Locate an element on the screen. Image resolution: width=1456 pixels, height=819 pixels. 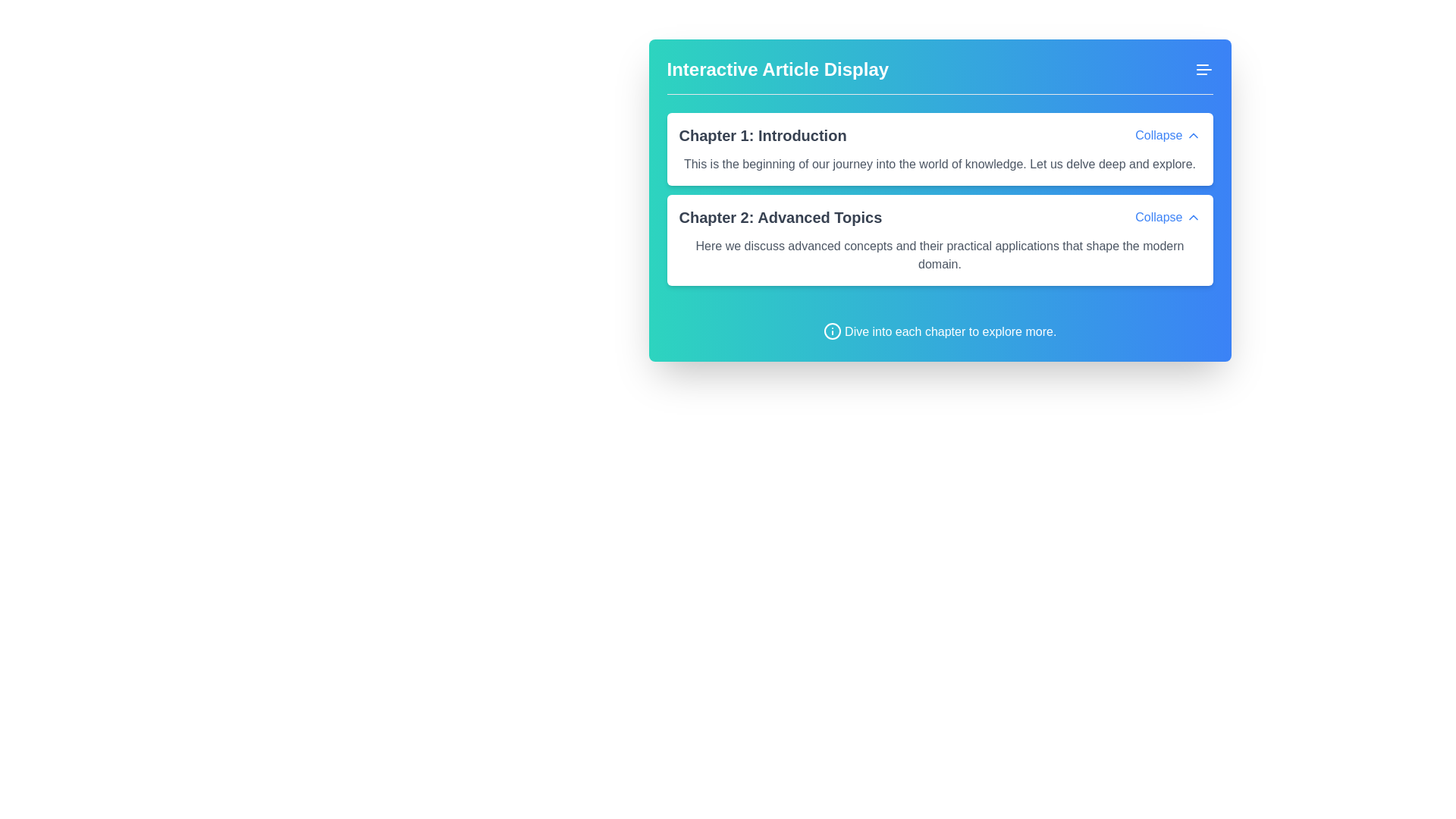
the informational text block that contains the message 'Dive into each chapter is located at coordinates (939, 323).